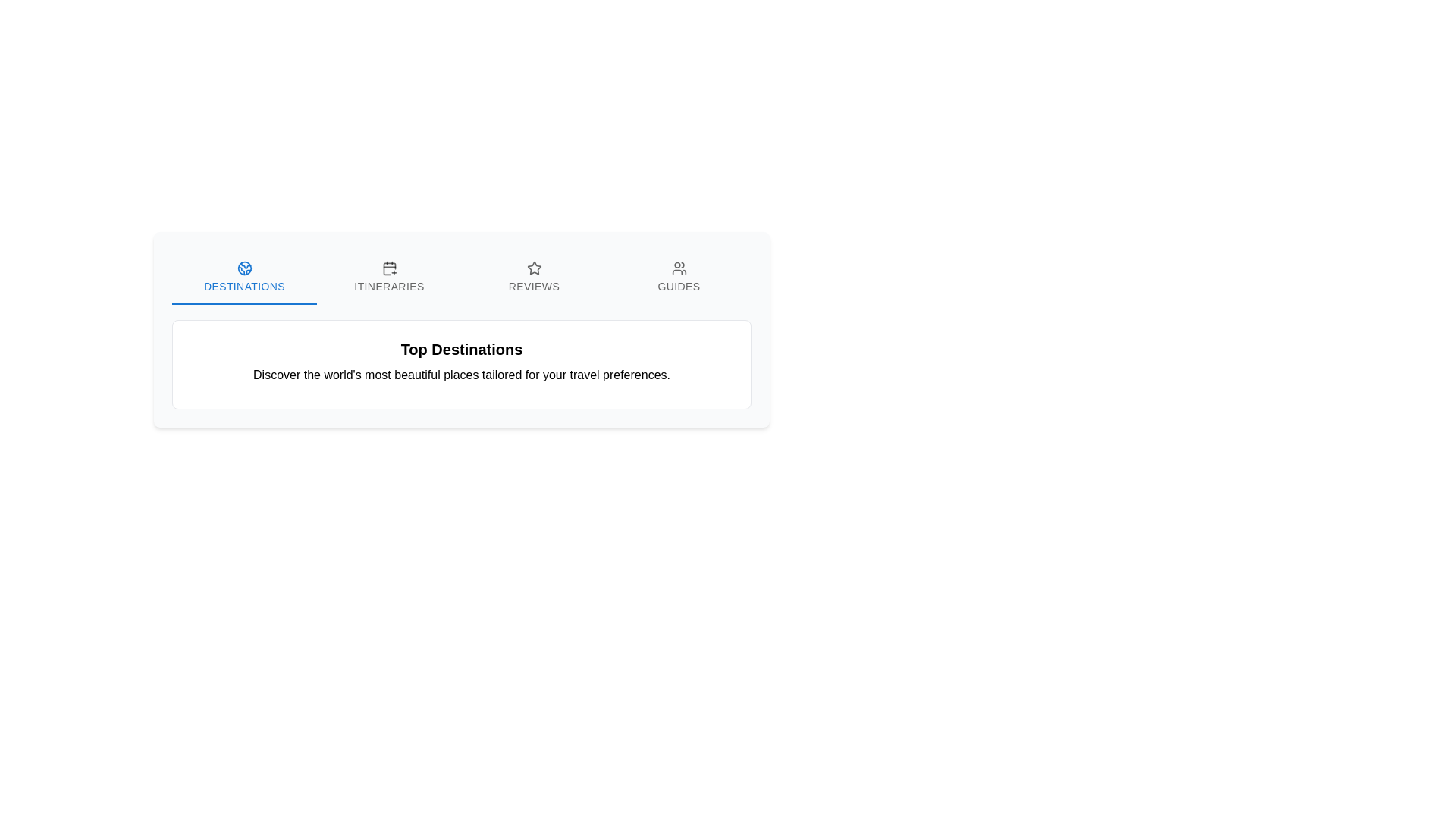 This screenshot has width=1456, height=819. What do you see at coordinates (389, 268) in the screenshot?
I see `the itineraries icon located directly above the 'Itineraries' text within the navigation bar` at bounding box center [389, 268].